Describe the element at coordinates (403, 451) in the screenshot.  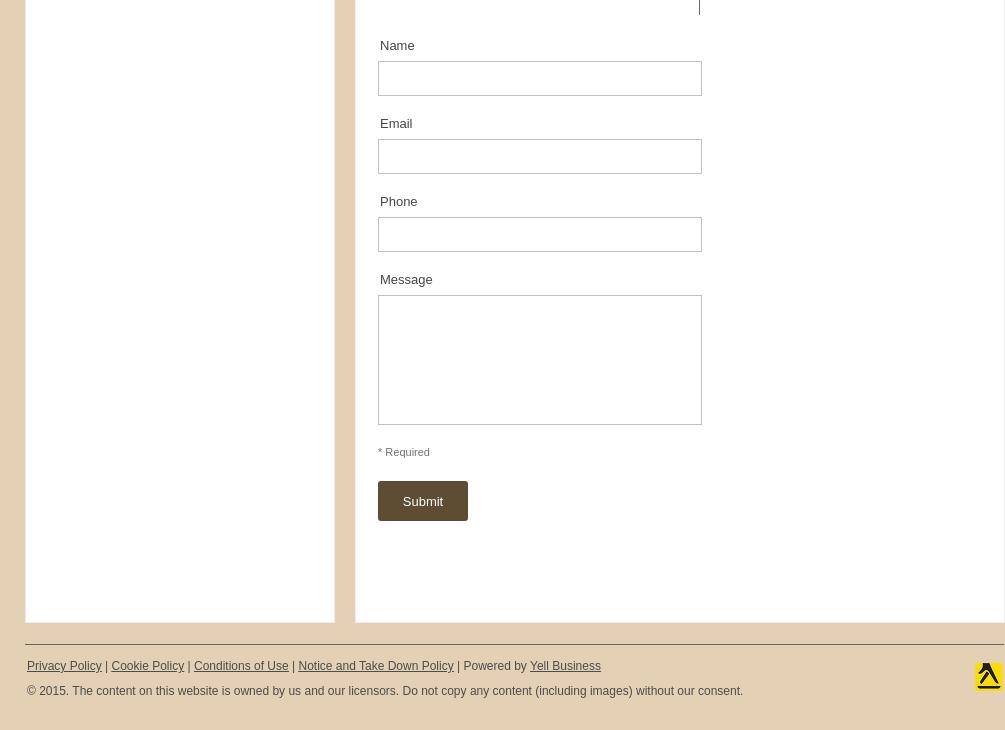
I see `'* Required'` at that location.